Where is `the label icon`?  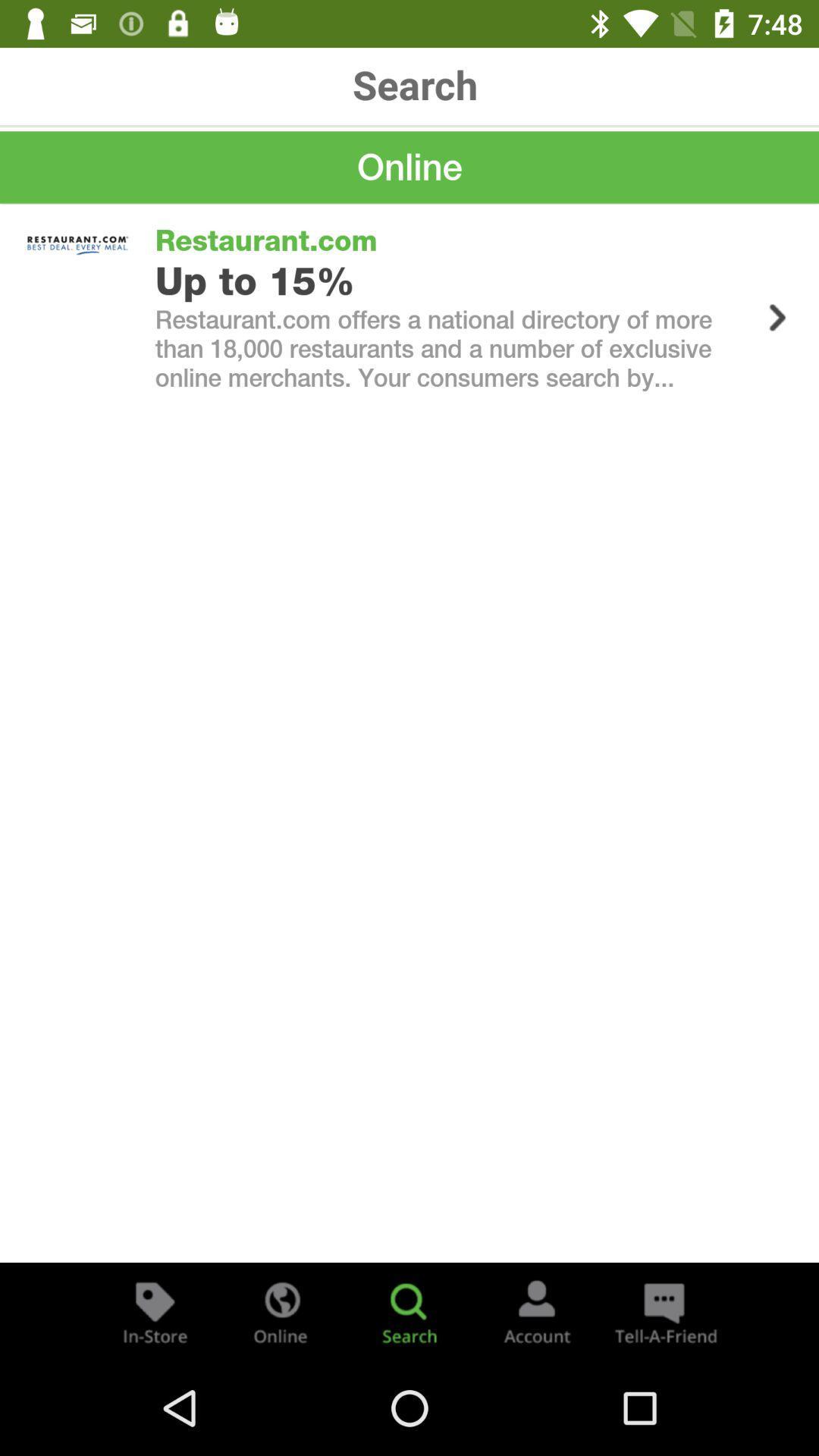 the label icon is located at coordinates (155, 1310).